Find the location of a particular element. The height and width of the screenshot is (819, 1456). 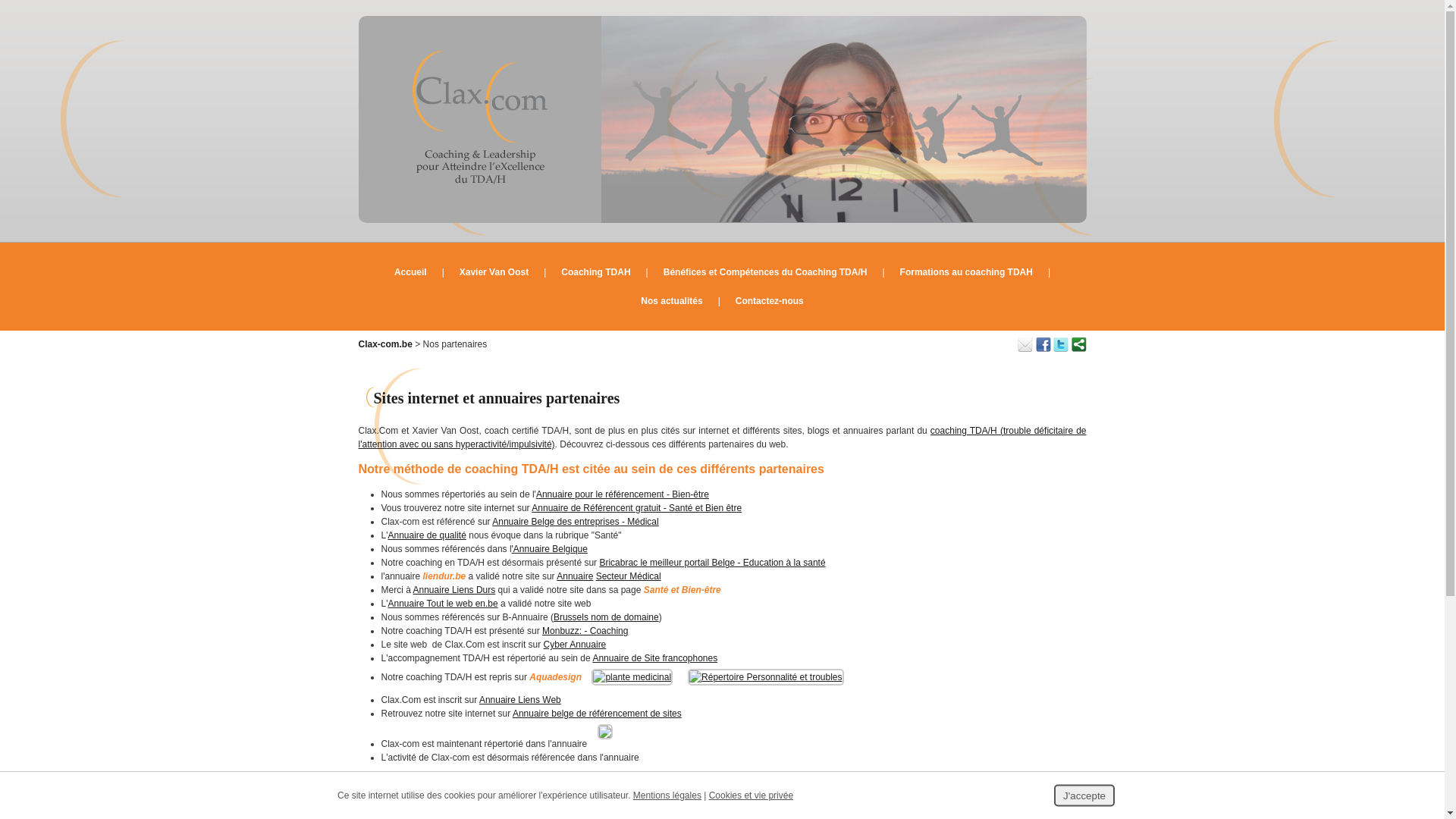

'Annuaire de Site francophones' is located at coordinates (591, 657).